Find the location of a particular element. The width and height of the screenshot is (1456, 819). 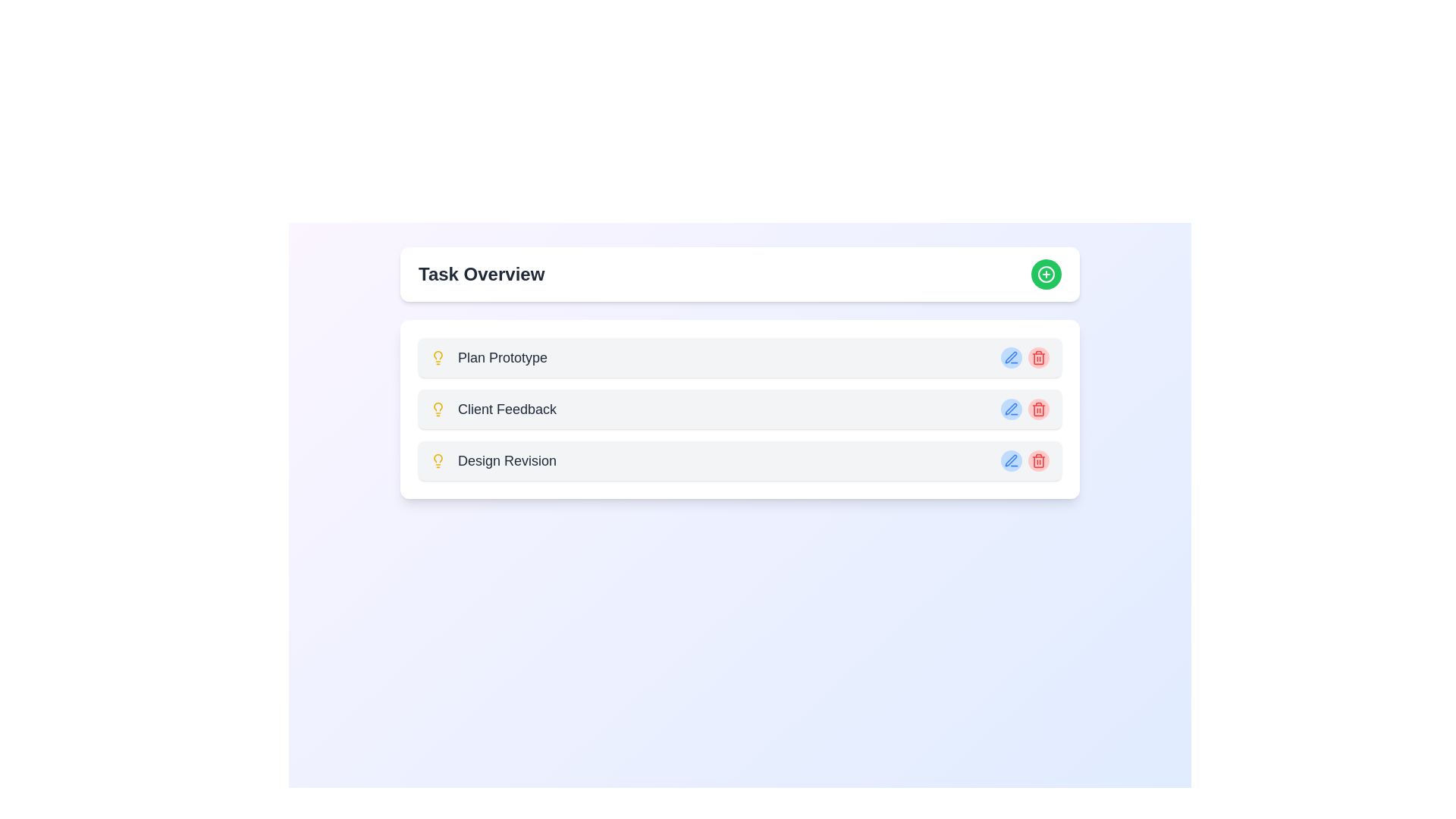

the vertical rectangular element resembling the side panel of a trash can, located towards the middle-right of the red trash can icon is located at coordinates (1037, 409).